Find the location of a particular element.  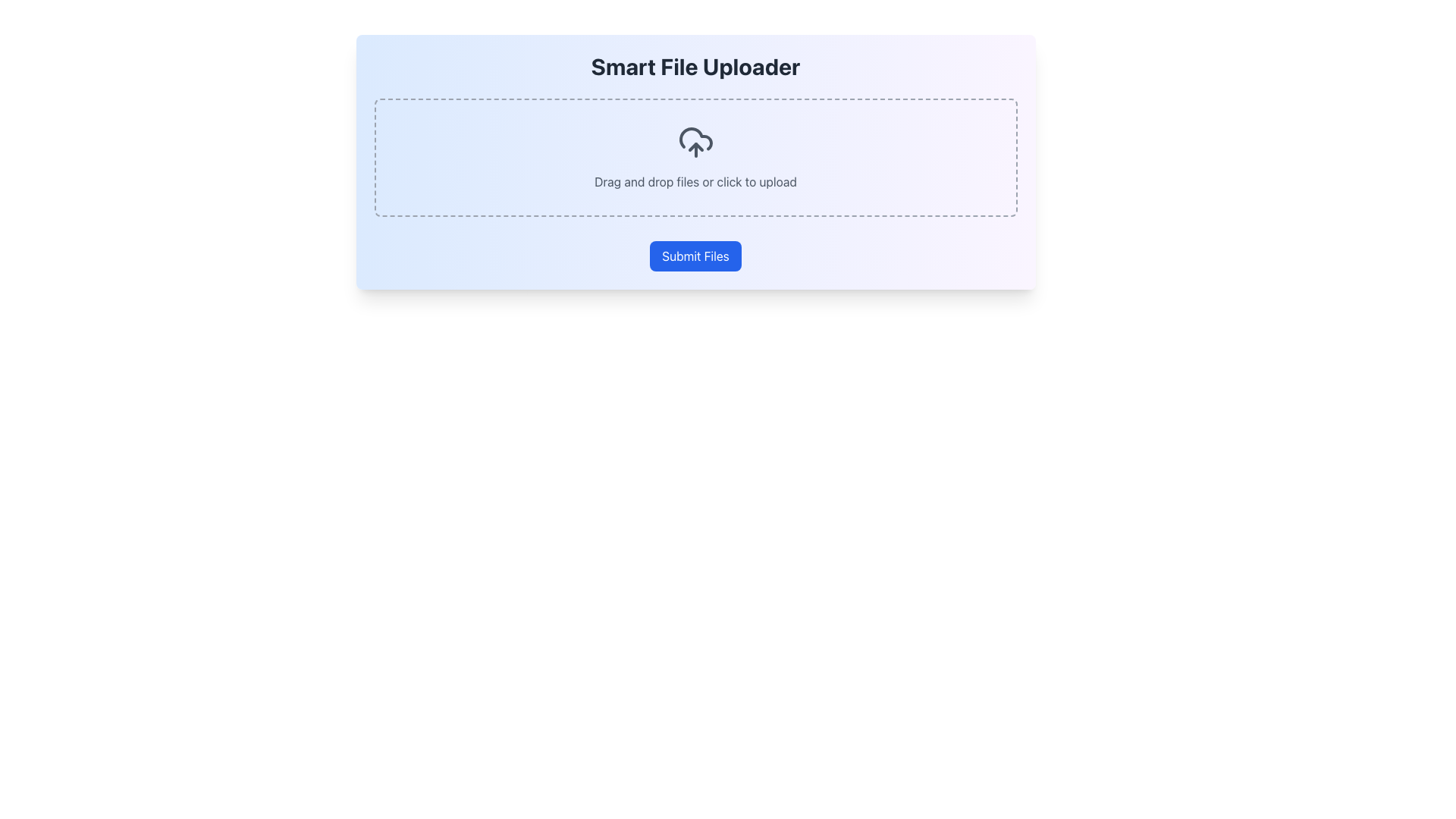

the heading 'Smart File Uploader' which is styled in large, bold black font and centrally aligned at the top of the interface is located at coordinates (695, 66).